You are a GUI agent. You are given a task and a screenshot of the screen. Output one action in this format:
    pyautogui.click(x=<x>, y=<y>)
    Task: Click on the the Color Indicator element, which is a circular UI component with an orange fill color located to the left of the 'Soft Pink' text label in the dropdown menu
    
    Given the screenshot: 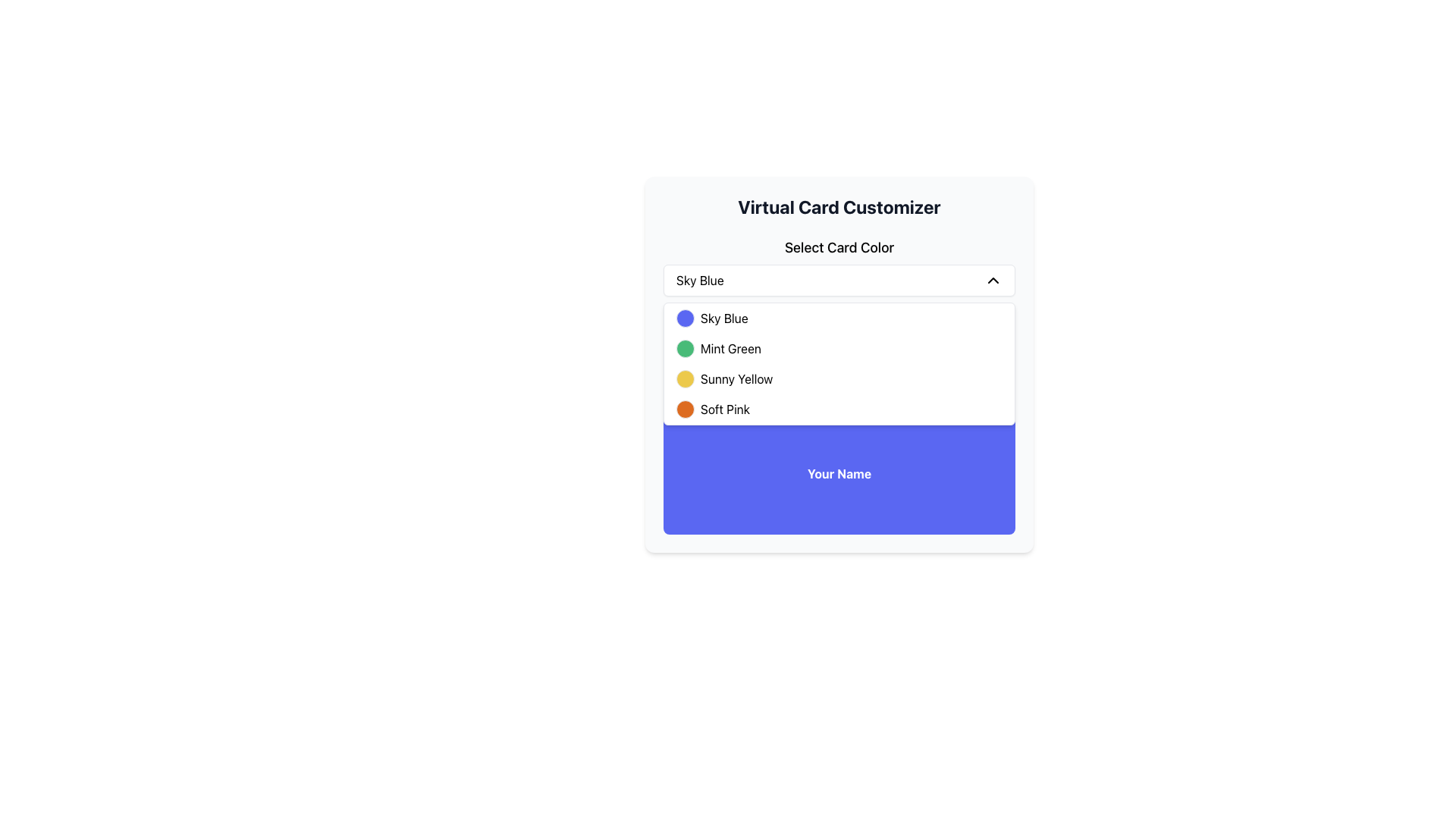 What is the action you would take?
    pyautogui.click(x=684, y=409)
    